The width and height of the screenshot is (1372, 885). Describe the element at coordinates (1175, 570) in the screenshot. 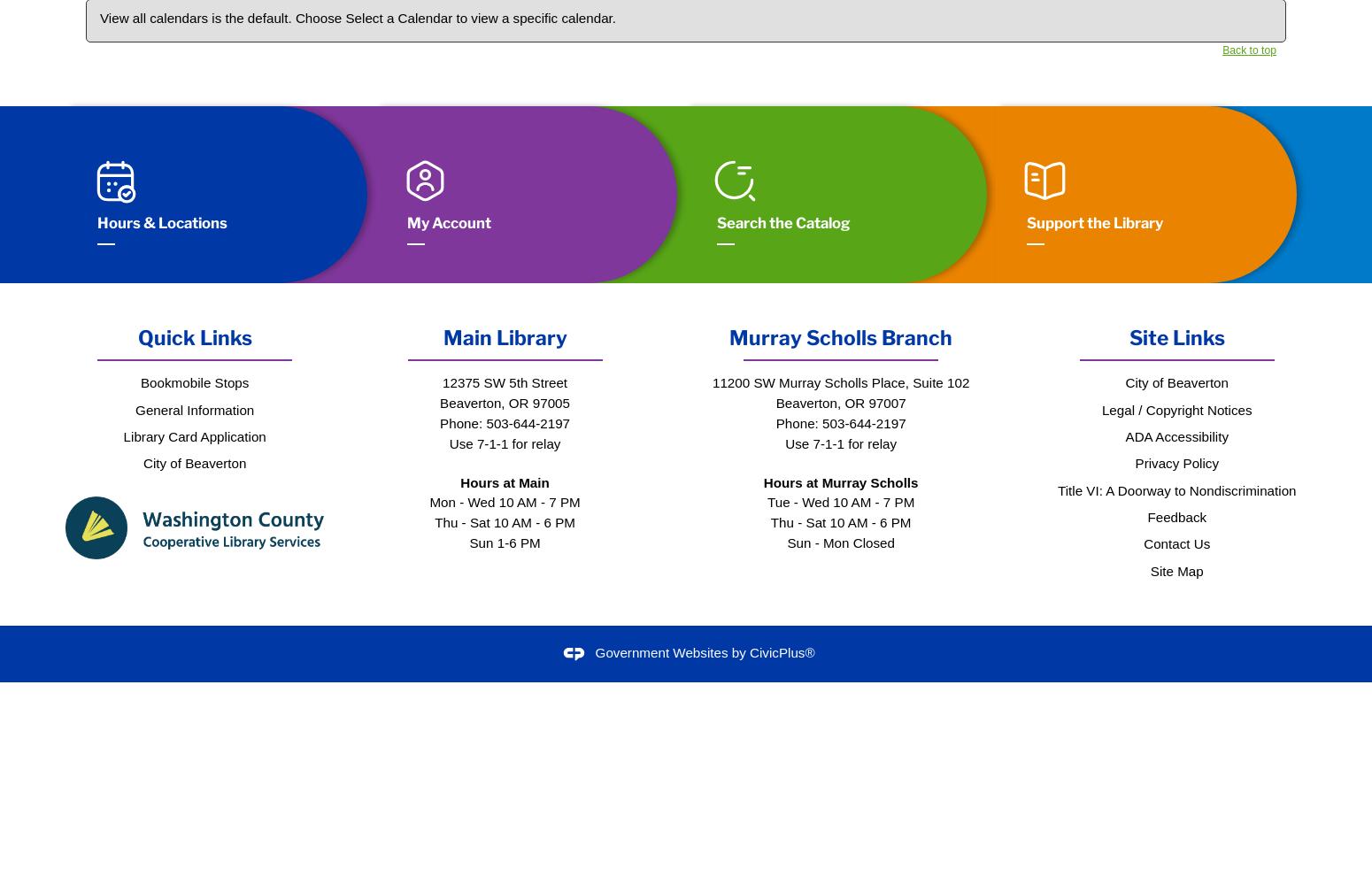

I see `'Site Map'` at that location.